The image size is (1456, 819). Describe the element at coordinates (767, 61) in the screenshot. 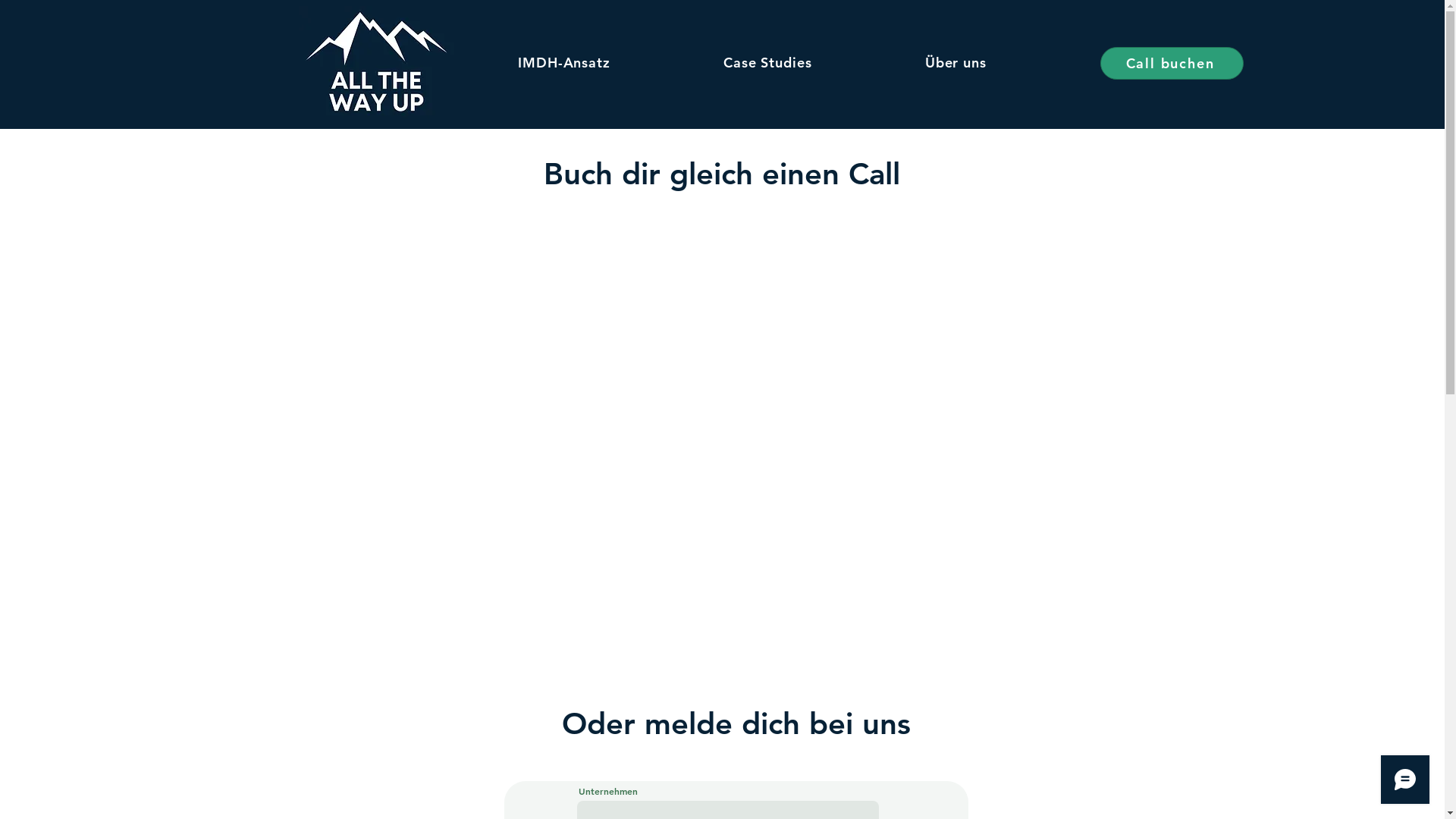

I see `'Case Studies'` at that location.